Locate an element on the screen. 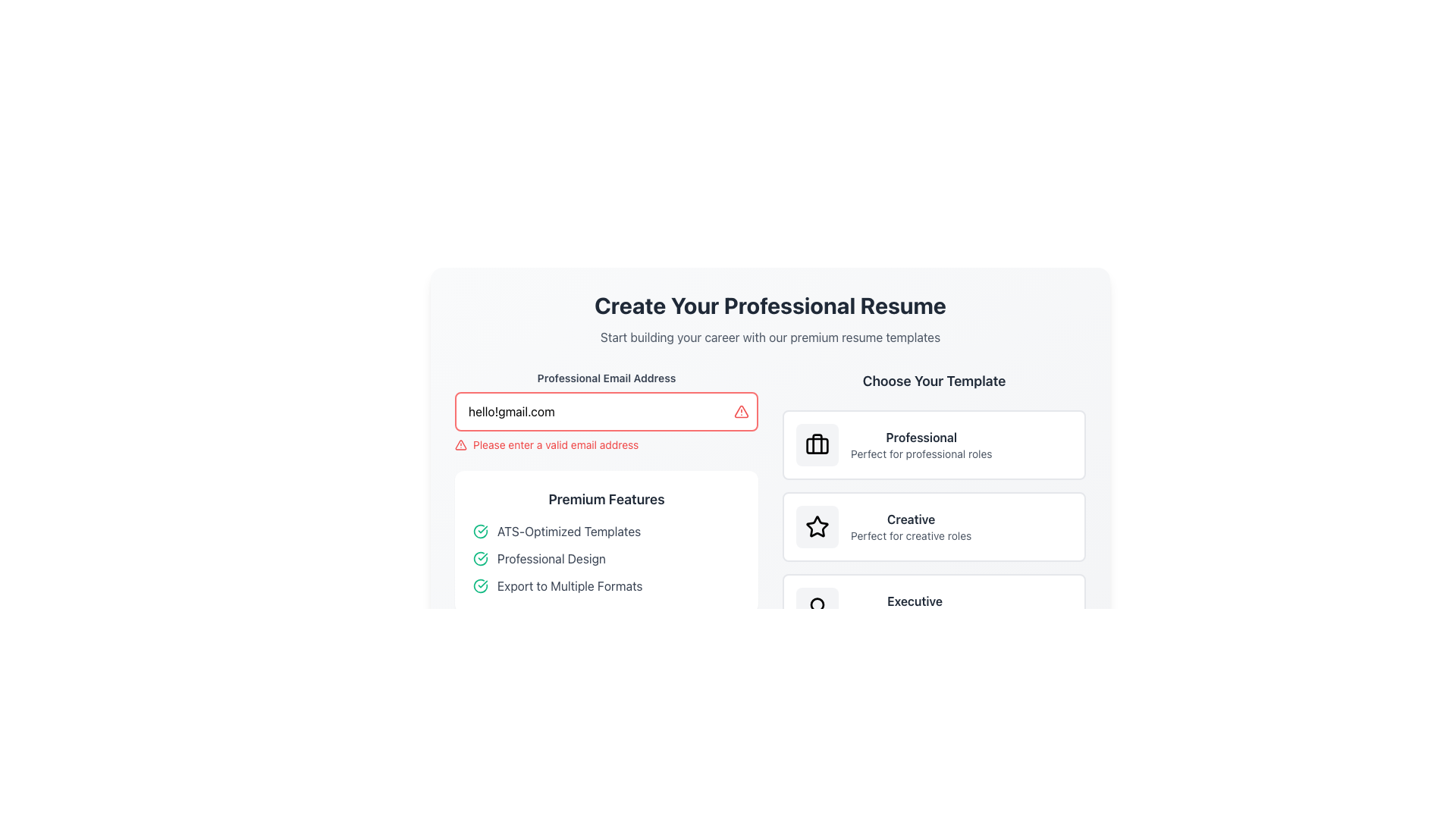 This screenshot has width=1456, height=819. the error message text block styled with red text that states 'Please enter a valid email address', located below the email address input field is located at coordinates (607, 444).